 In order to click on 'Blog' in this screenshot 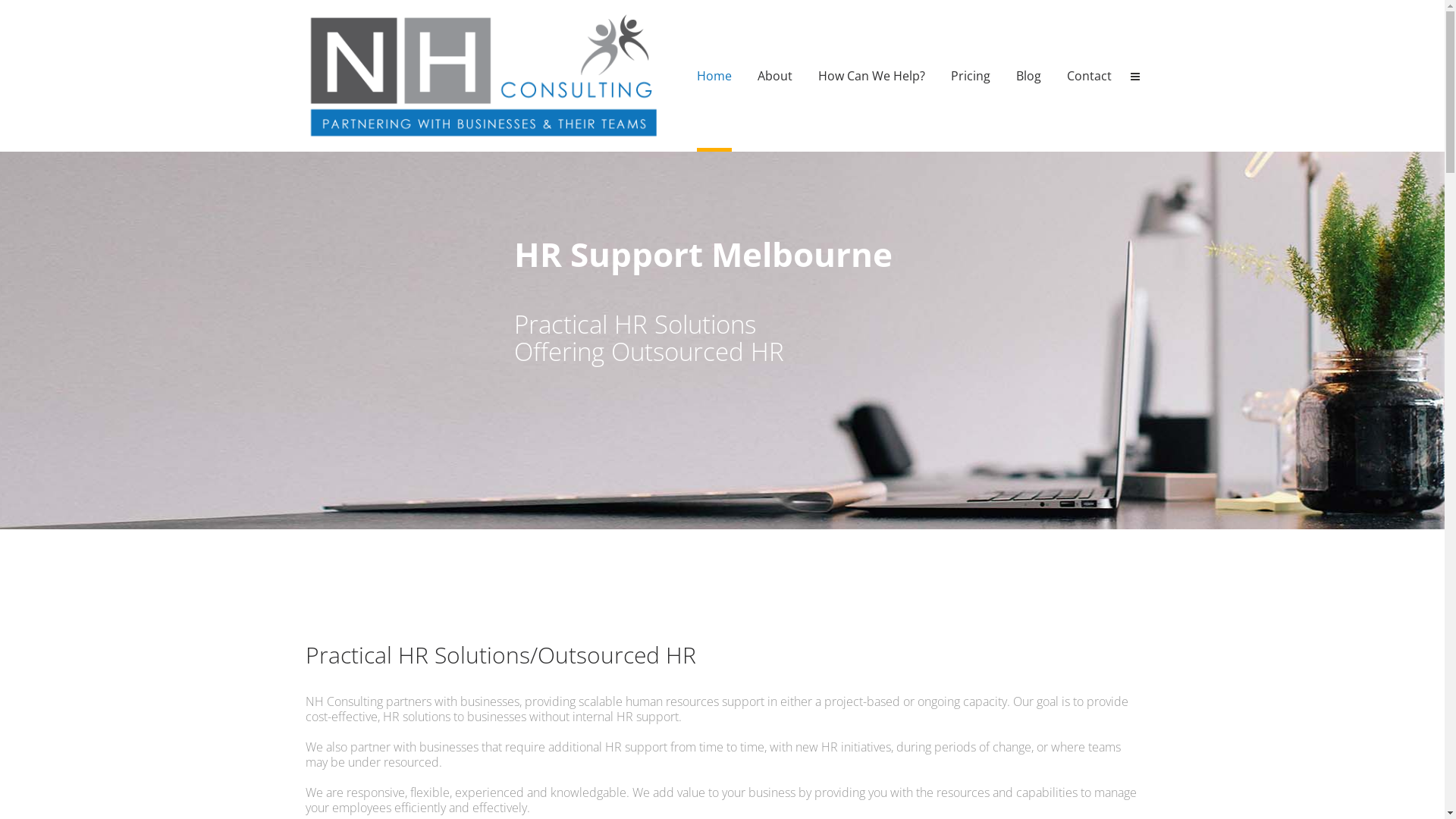, I will do `click(1028, 76)`.